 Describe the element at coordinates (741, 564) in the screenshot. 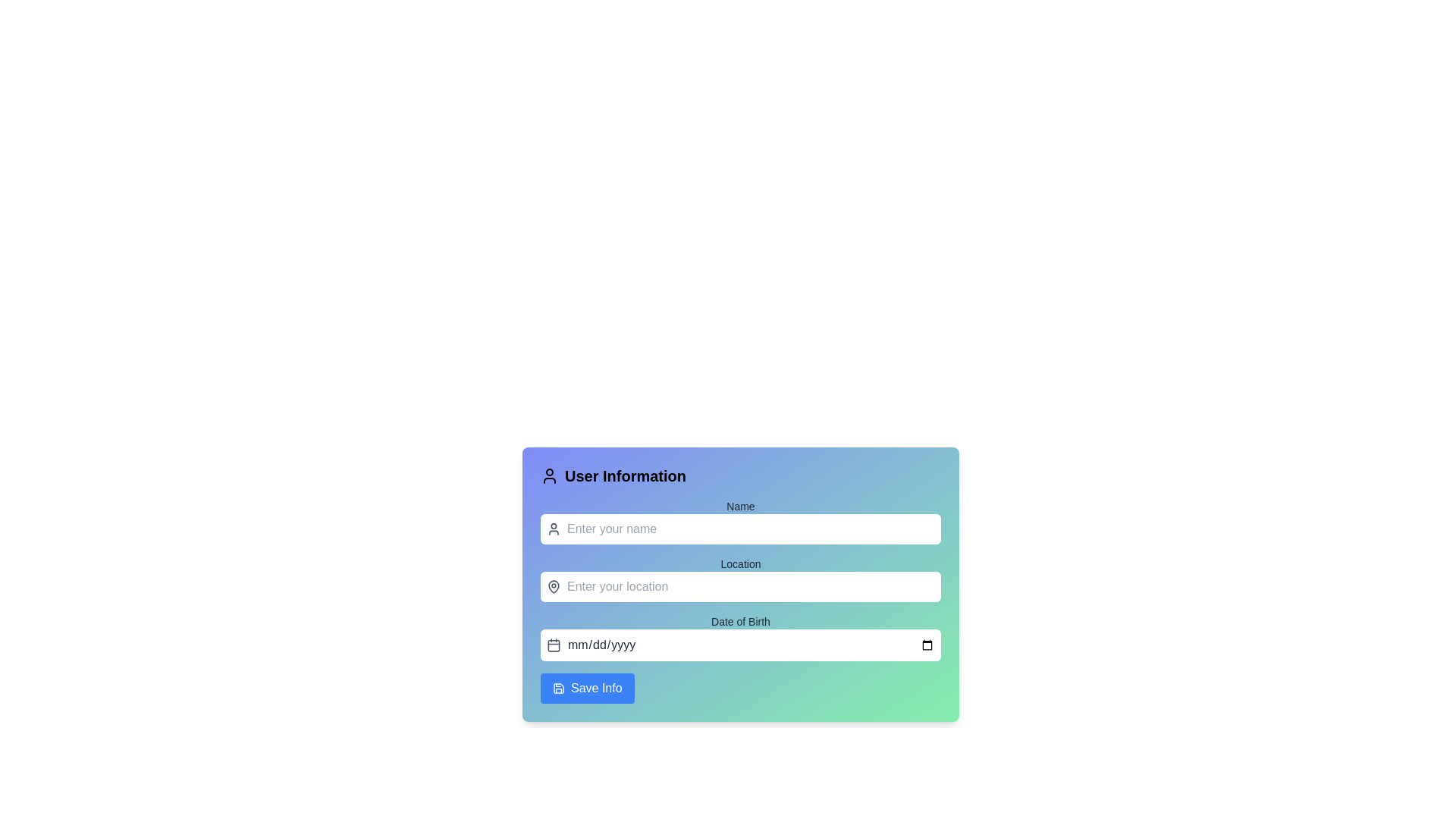

I see `the label element that guides the user to enter their location information, which is positioned directly above the location input field` at that location.